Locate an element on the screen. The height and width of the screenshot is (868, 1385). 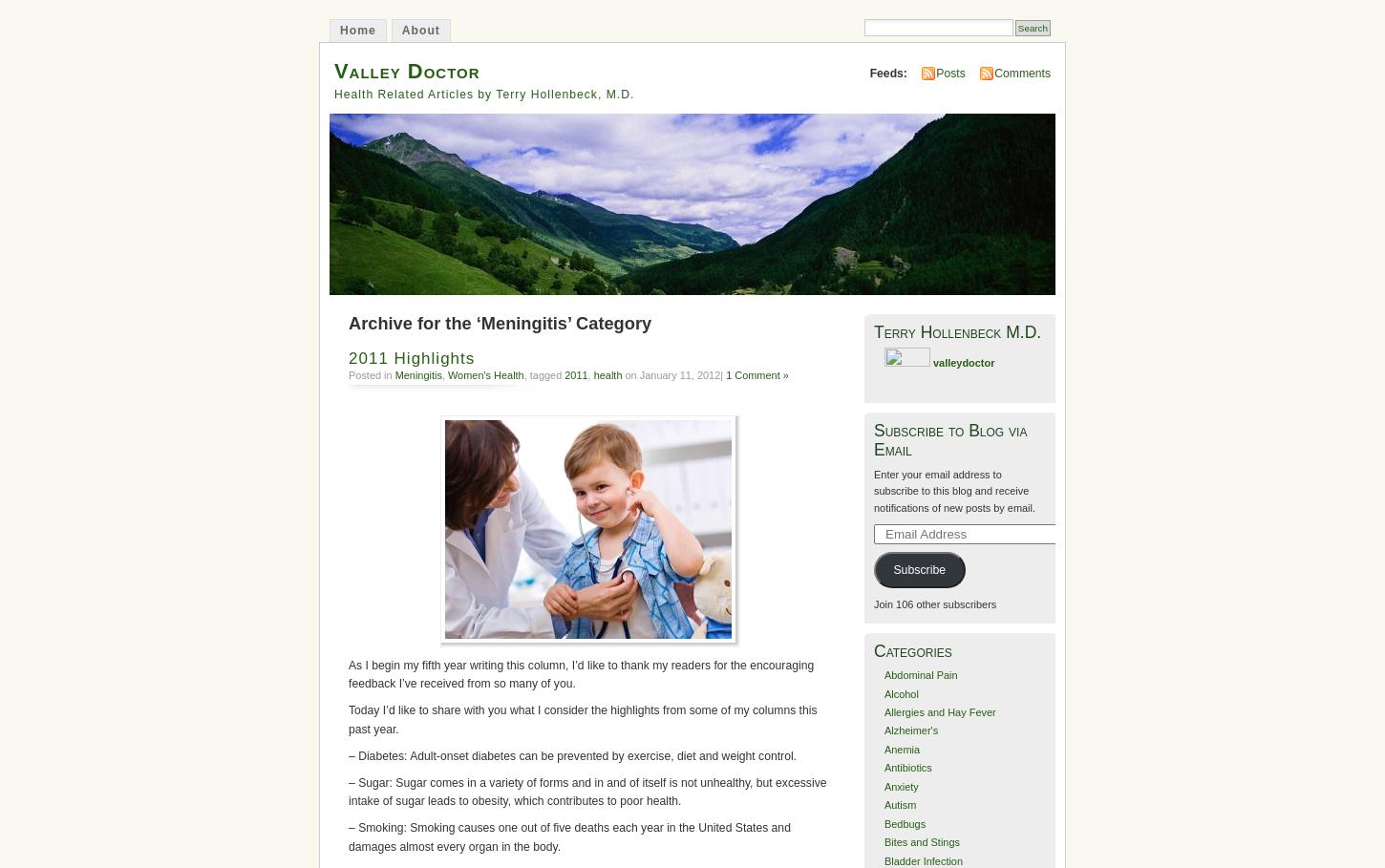
', tagged' is located at coordinates (543, 374).